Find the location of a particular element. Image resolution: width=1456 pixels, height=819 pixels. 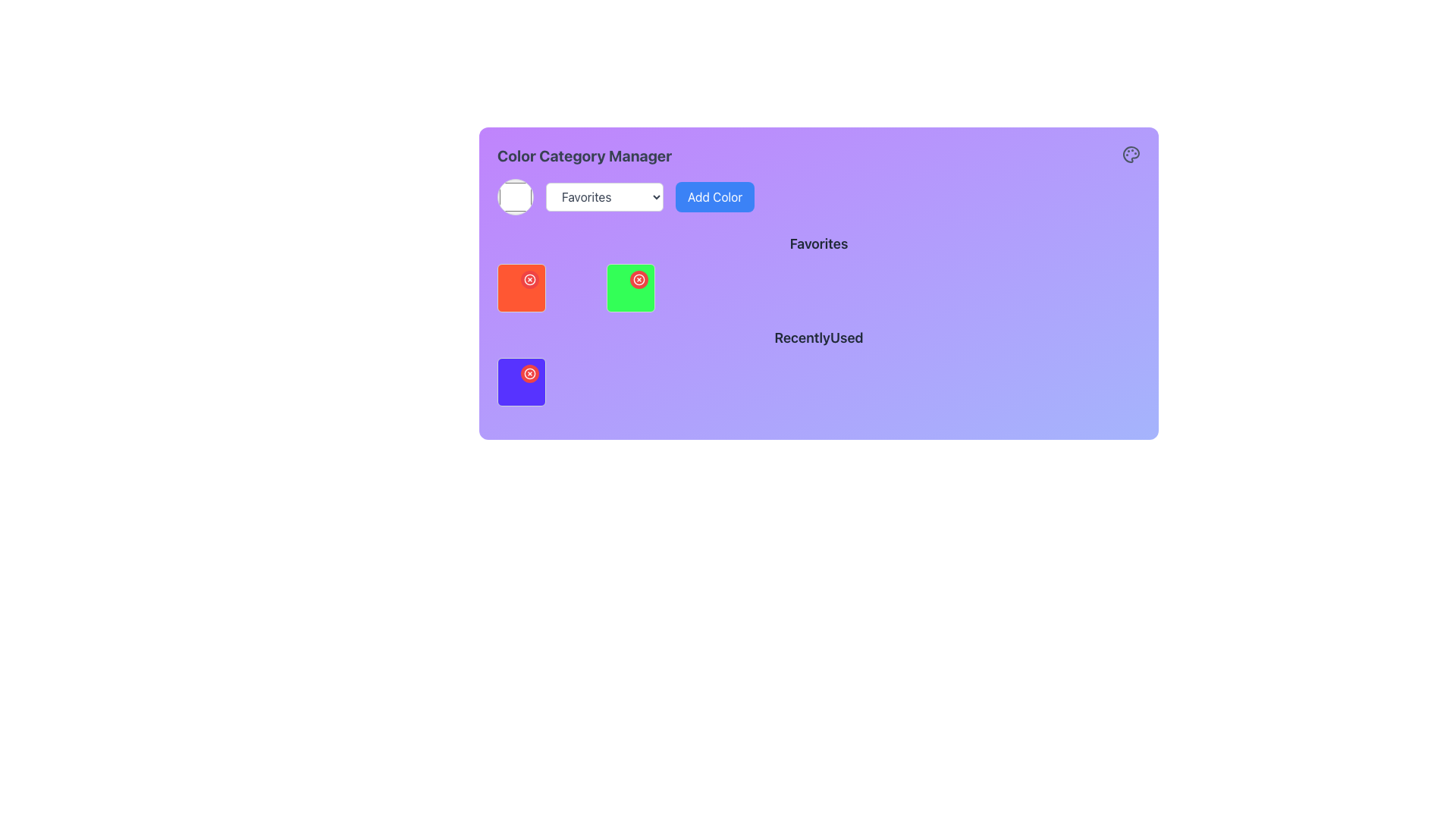

the Circular Color Button, which serves as an interactive color picker for selecting or viewing white as the chosen color is located at coordinates (516, 196).